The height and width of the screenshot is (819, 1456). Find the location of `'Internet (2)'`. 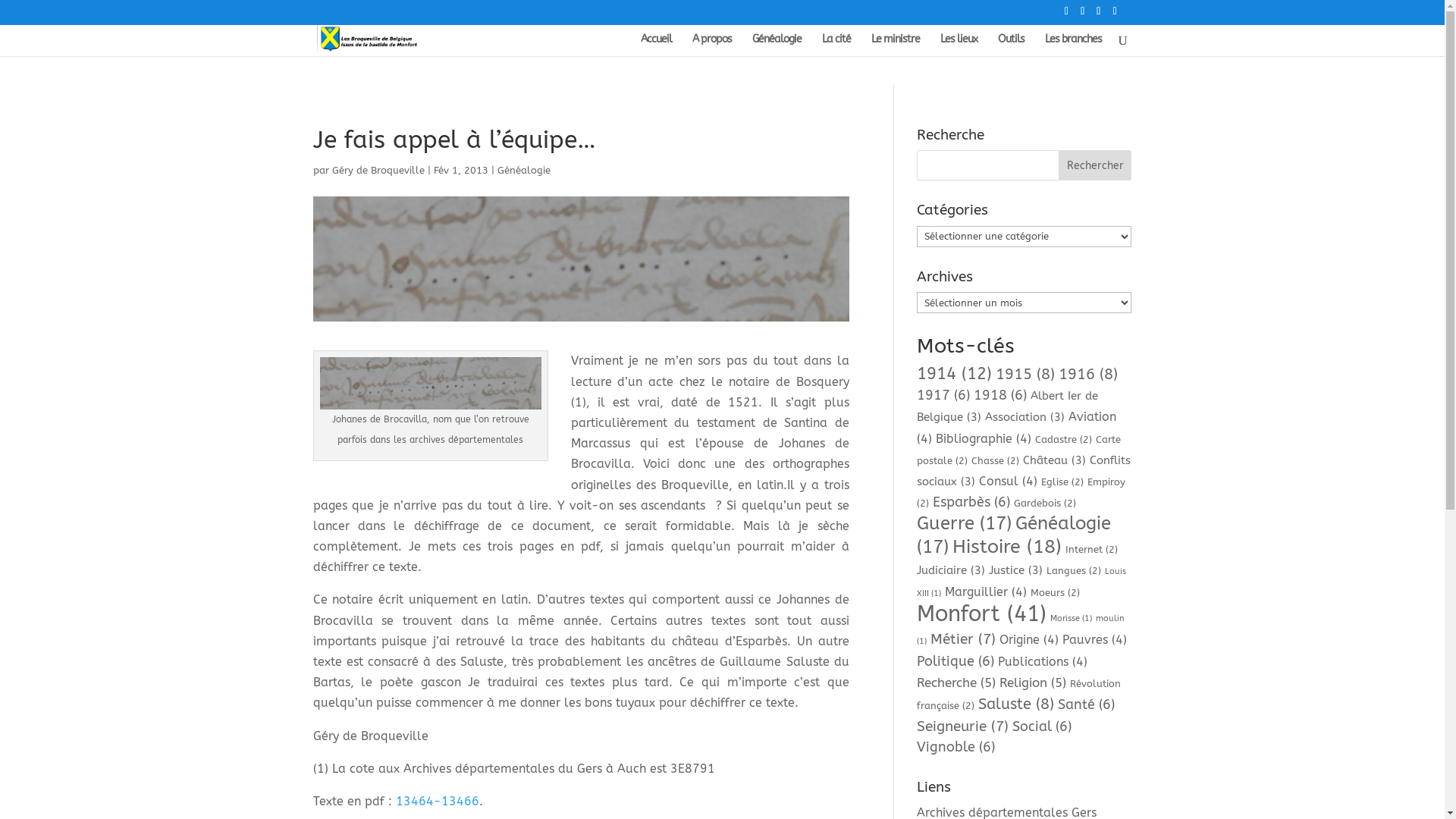

'Internet (2)' is located at coordinates (1065, 548).